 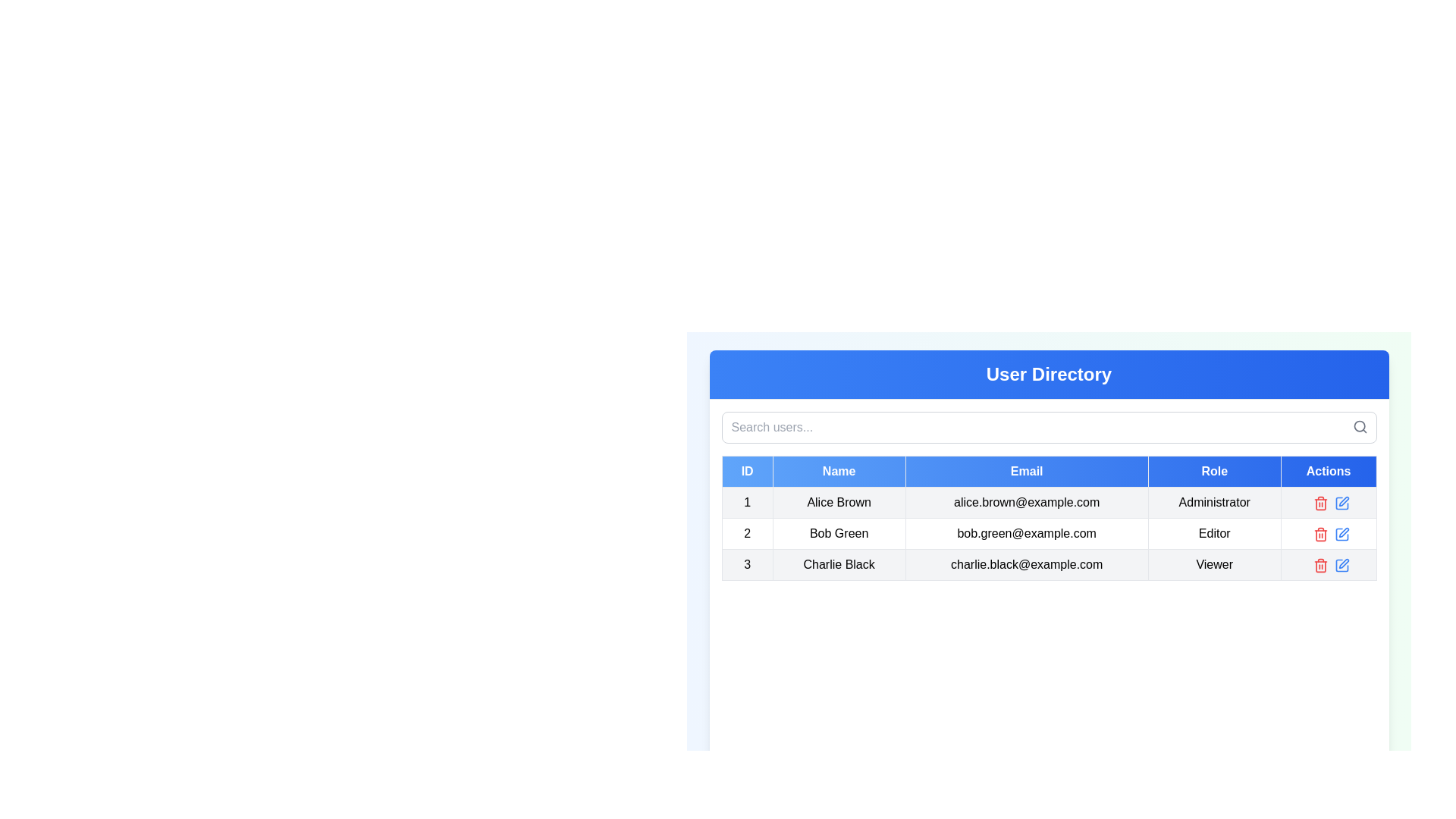 I want to click on the 'Role' table header, which is the fourth header in a blue gradient title bar of the user details table, located between 'Email' and 'Actions', so click(x=1214, y=470).